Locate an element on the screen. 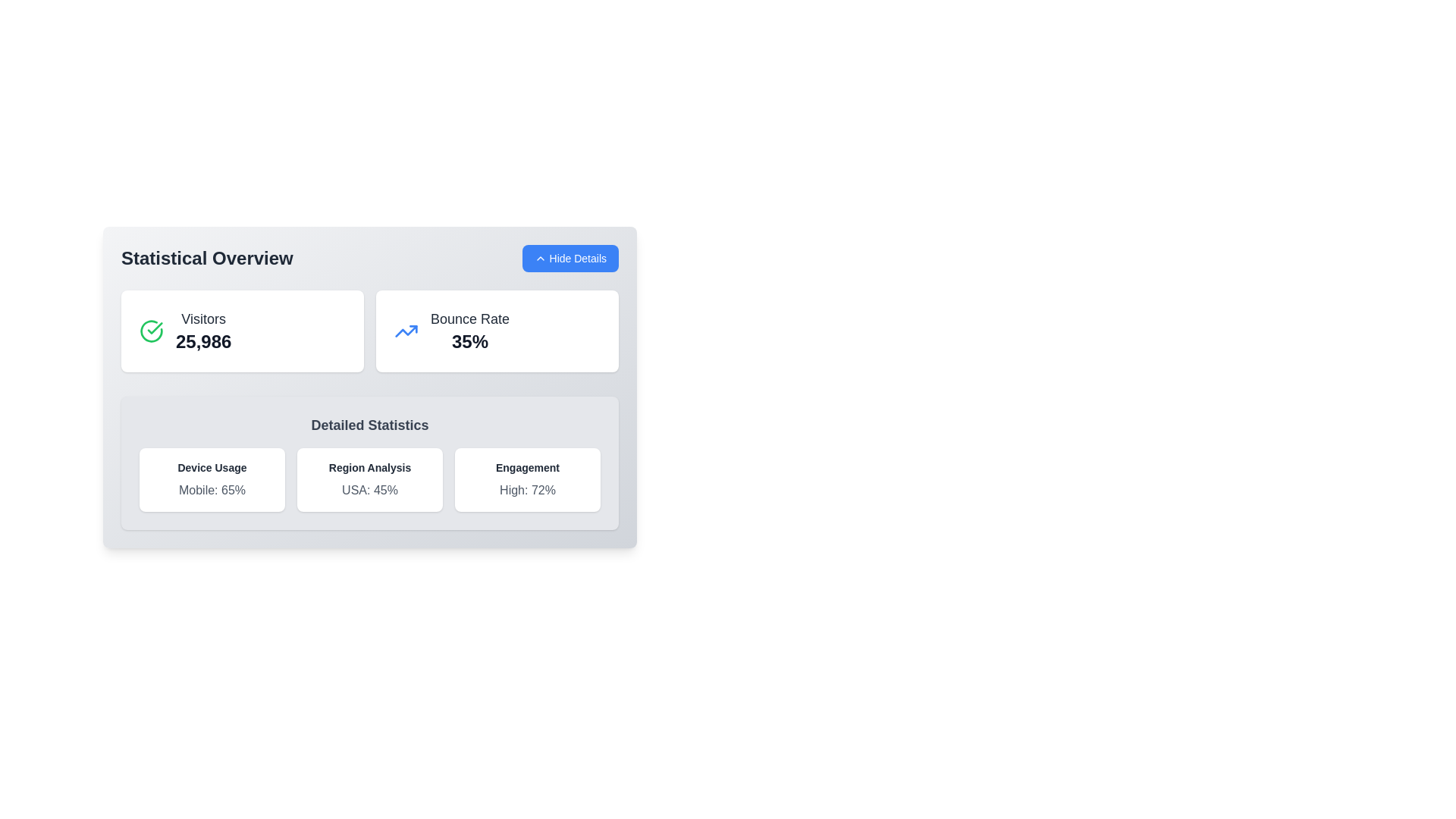 This screenshot has width=1456, height=819. the green circular icon with a checkmark inside it, located to the left of the text 'Visitors' in the upper section of the card component titled 'Visitors' is located at coordinates (152, 330).